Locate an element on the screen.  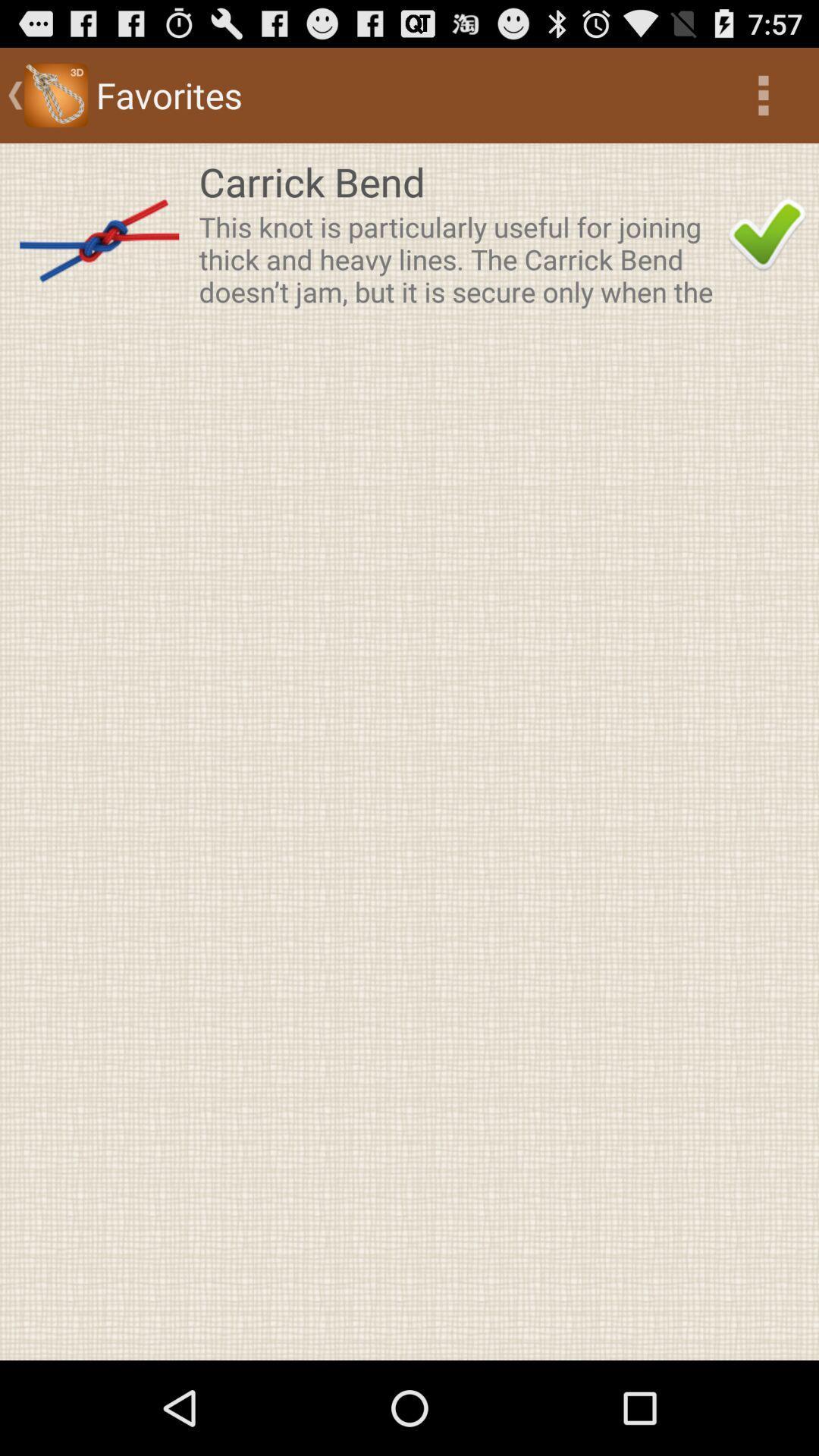
the item next to the carrick bend is located at coordinates (99, 234).